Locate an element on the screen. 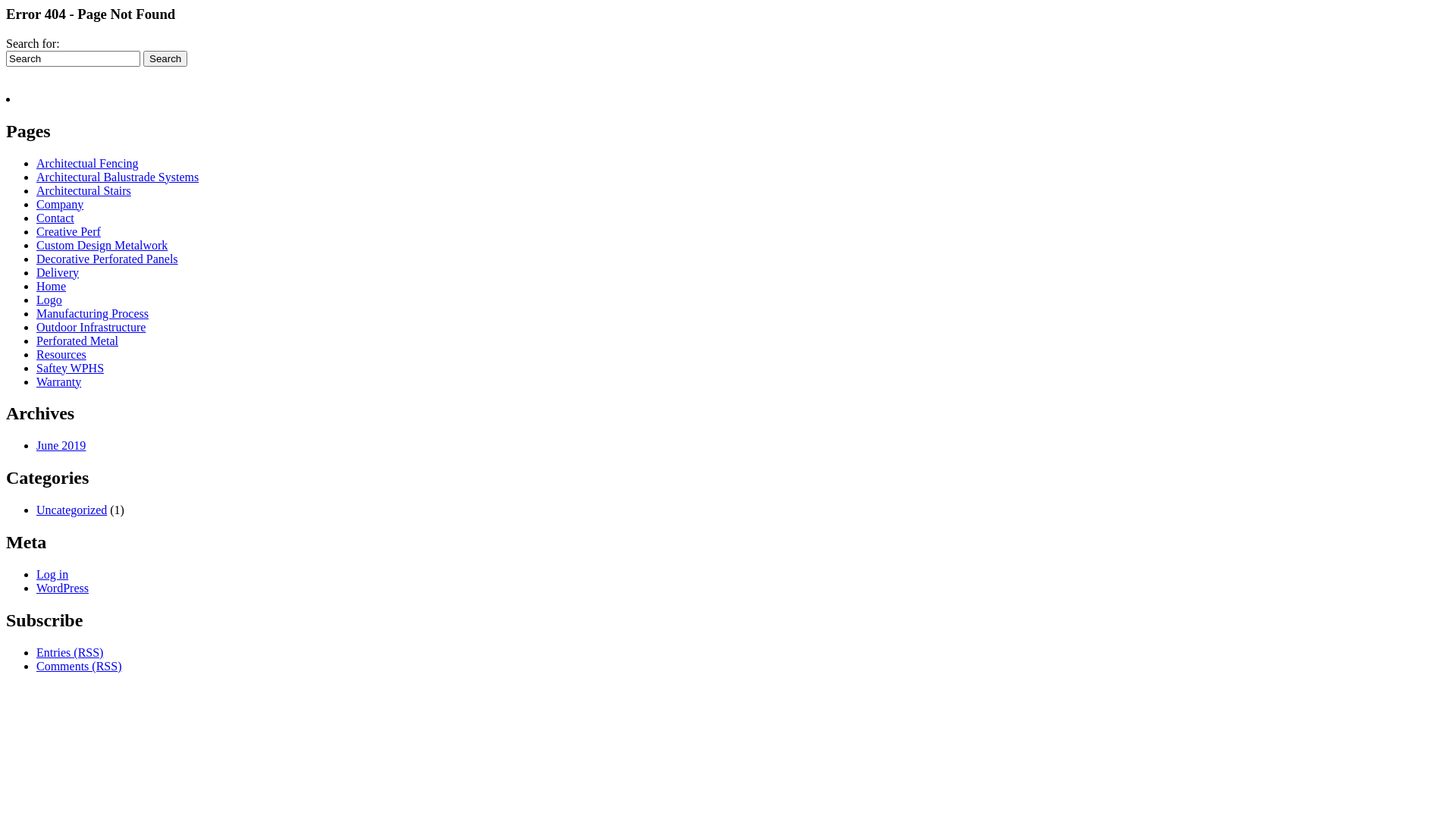 Image resolution: width=1456 pixels, height=819 pixels. 'Architectural Balustrade Systems' is located at coordinates (116, 176).